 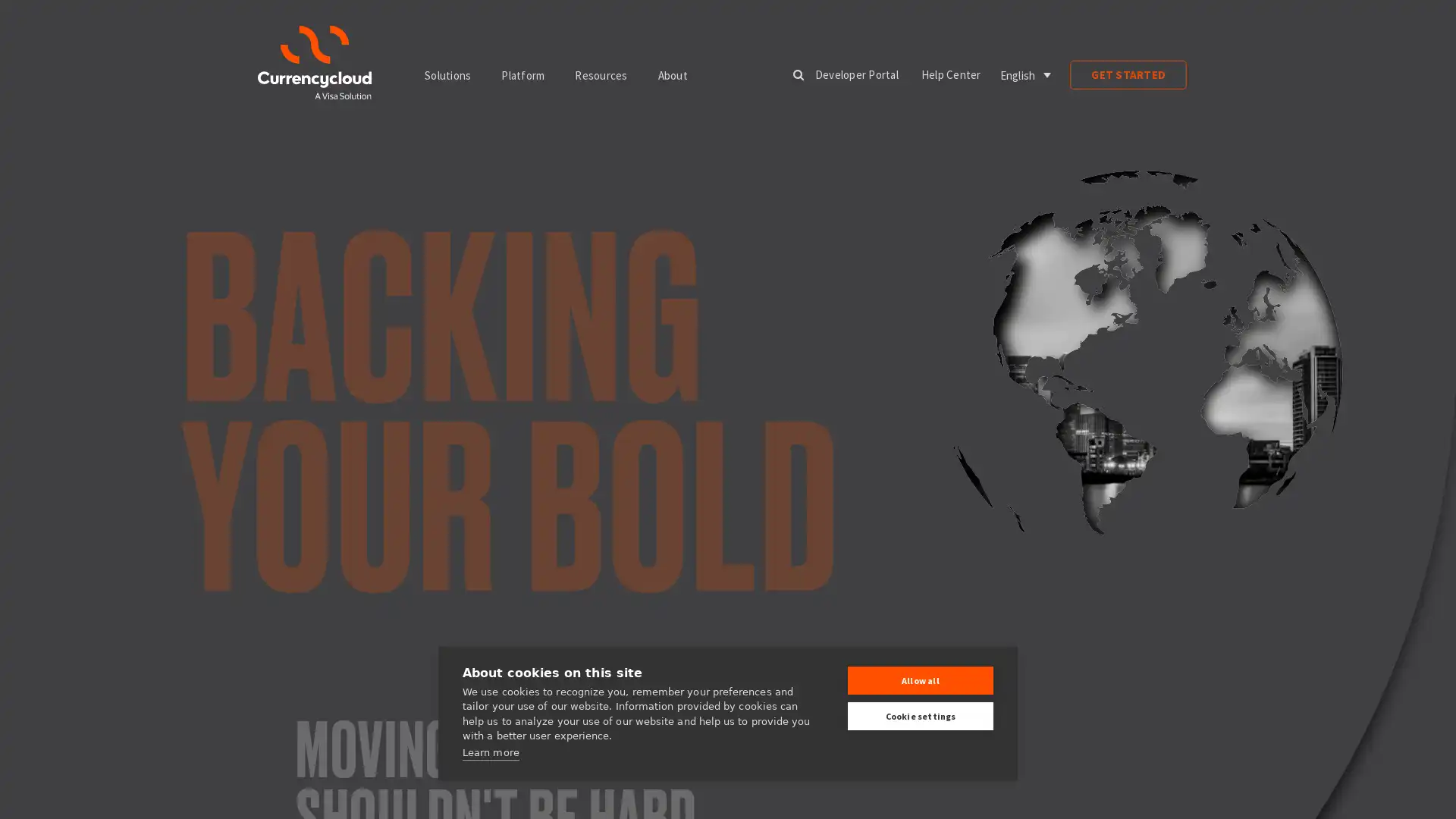 What do you see at coordinates (920, 716) in the screenshot?
I see `Cookie settings` at bounding box center [920, 716].